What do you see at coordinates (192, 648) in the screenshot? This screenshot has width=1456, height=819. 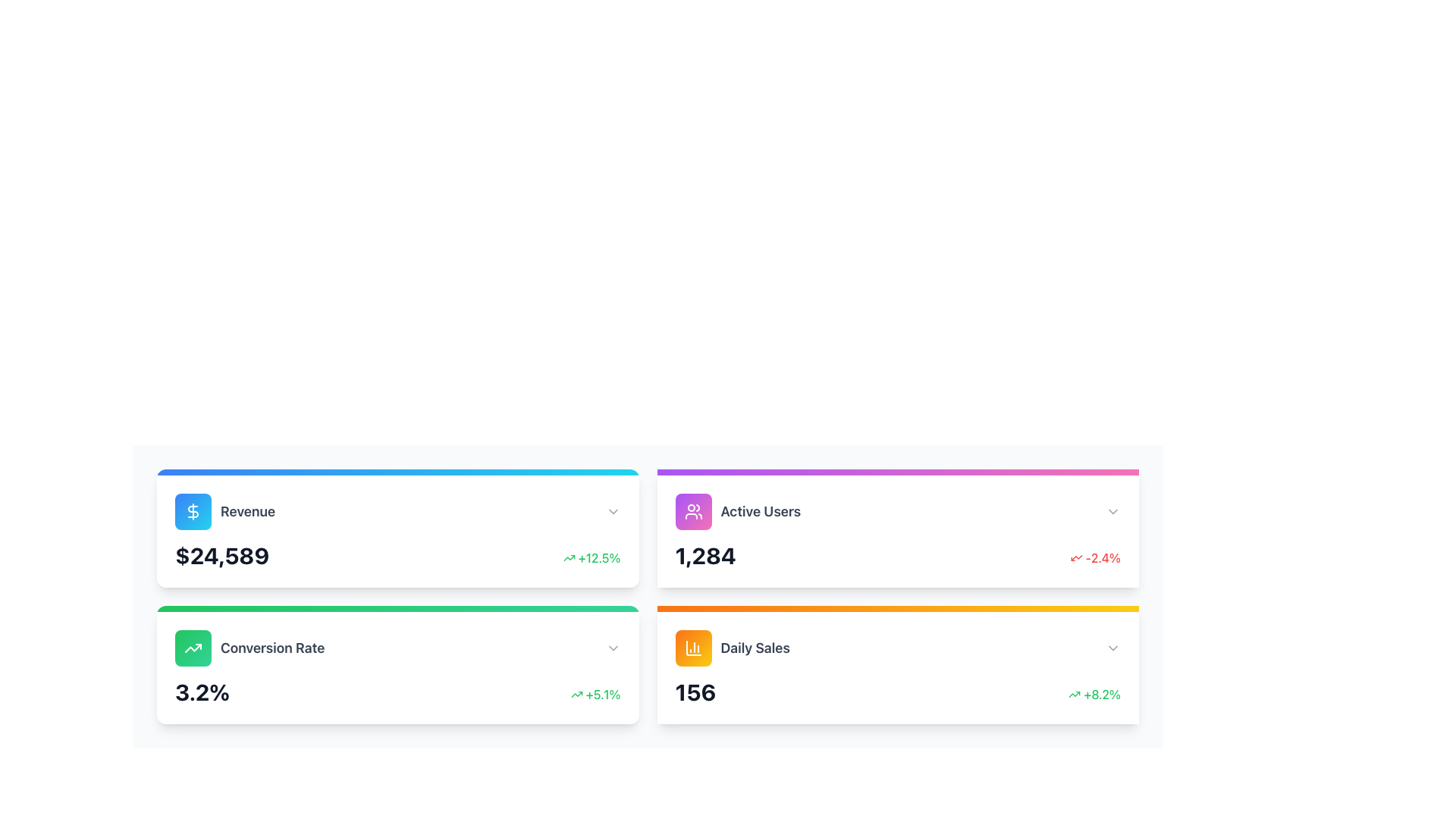 I see `the icon representing the 'Conversion Rate' section, which is located immediately to the left of the text 'Conversion Rate' and above the percentage value` at bounding box center [192, 648].